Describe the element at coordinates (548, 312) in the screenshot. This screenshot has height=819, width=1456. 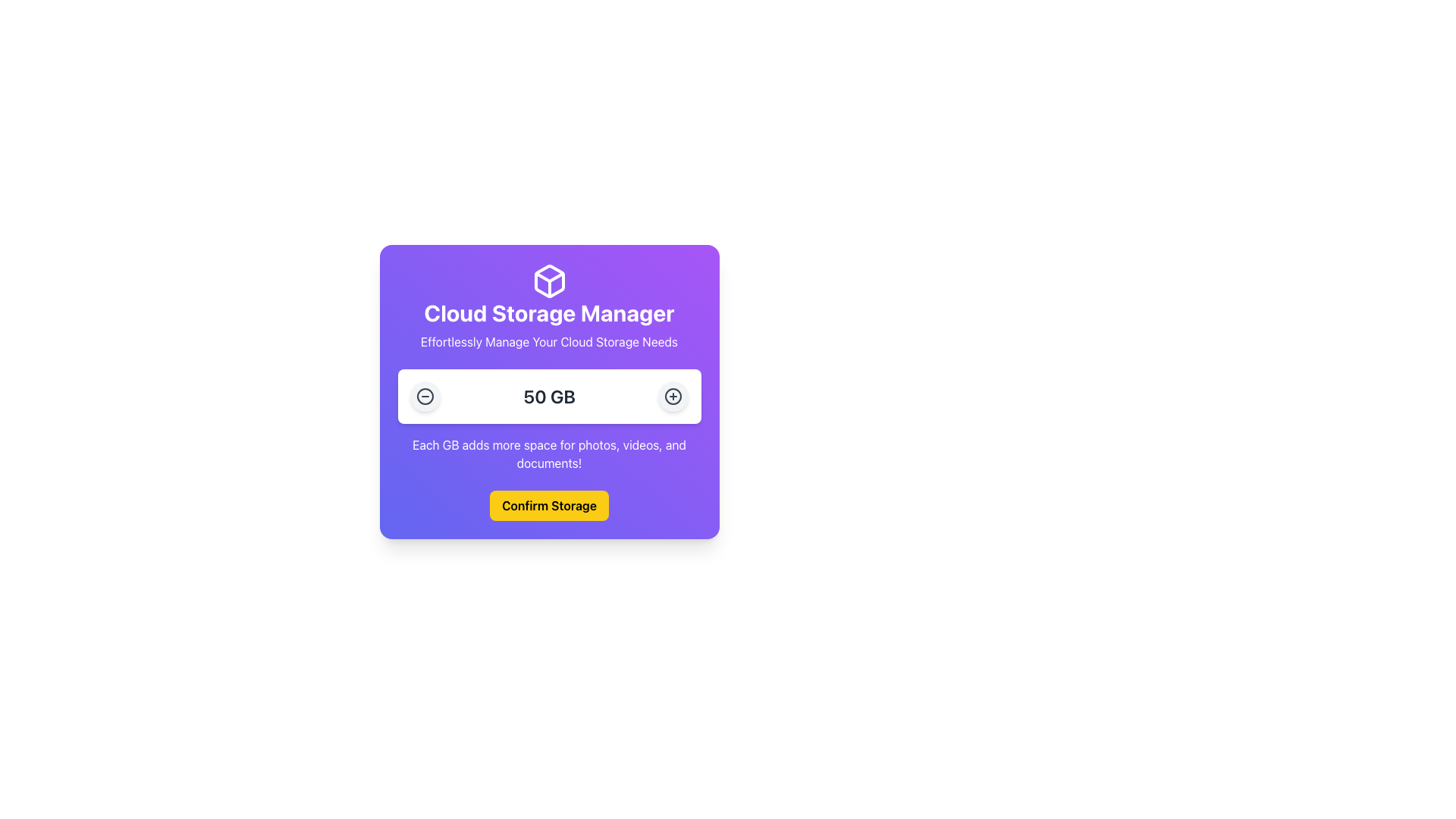
I see `the text element 'Cloud Storage Manager' which is styled prominently in a large, bold, white font and positioned directly below a graphic icon` at that location.